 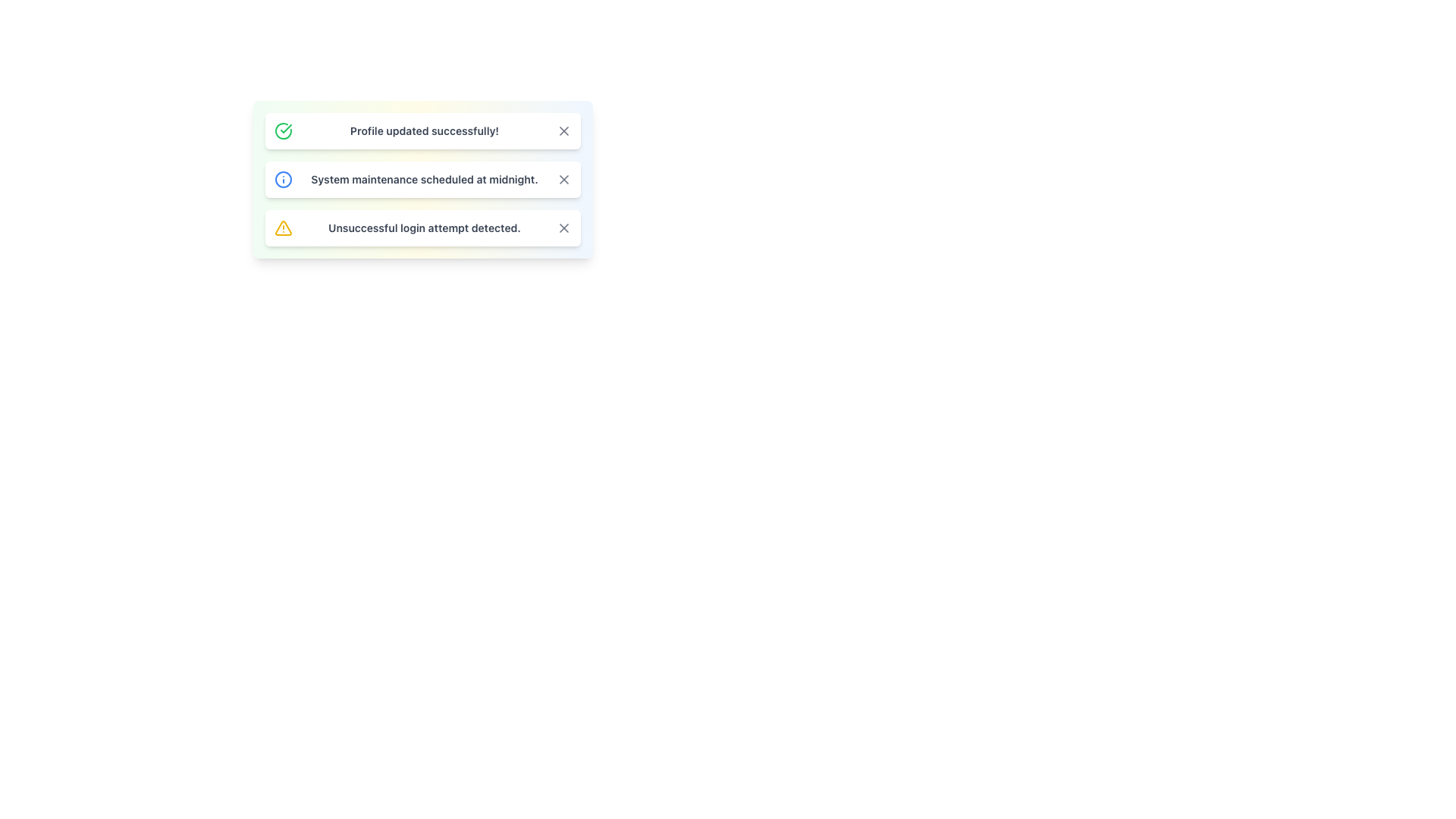 What do you see at coordinates (425, 130) in the screenshot?
I see `the text display that shows 'Profile updated successfully!' within the notification card, positioned to the right of the success message icon` at bounding box center [425, 130].